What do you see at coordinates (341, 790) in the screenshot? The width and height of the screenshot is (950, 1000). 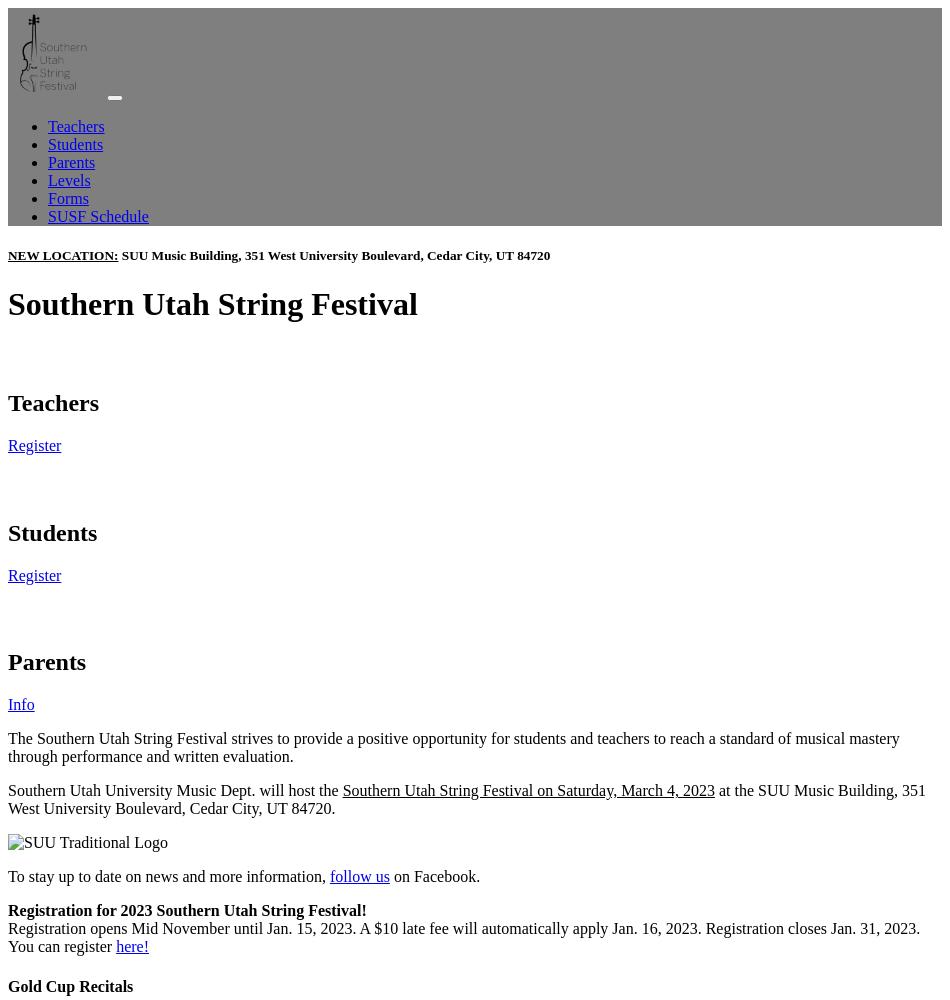 I see `'Southern Utah String Festival on Saturday, March 4, 2023'` at bounding box center [341, 790].